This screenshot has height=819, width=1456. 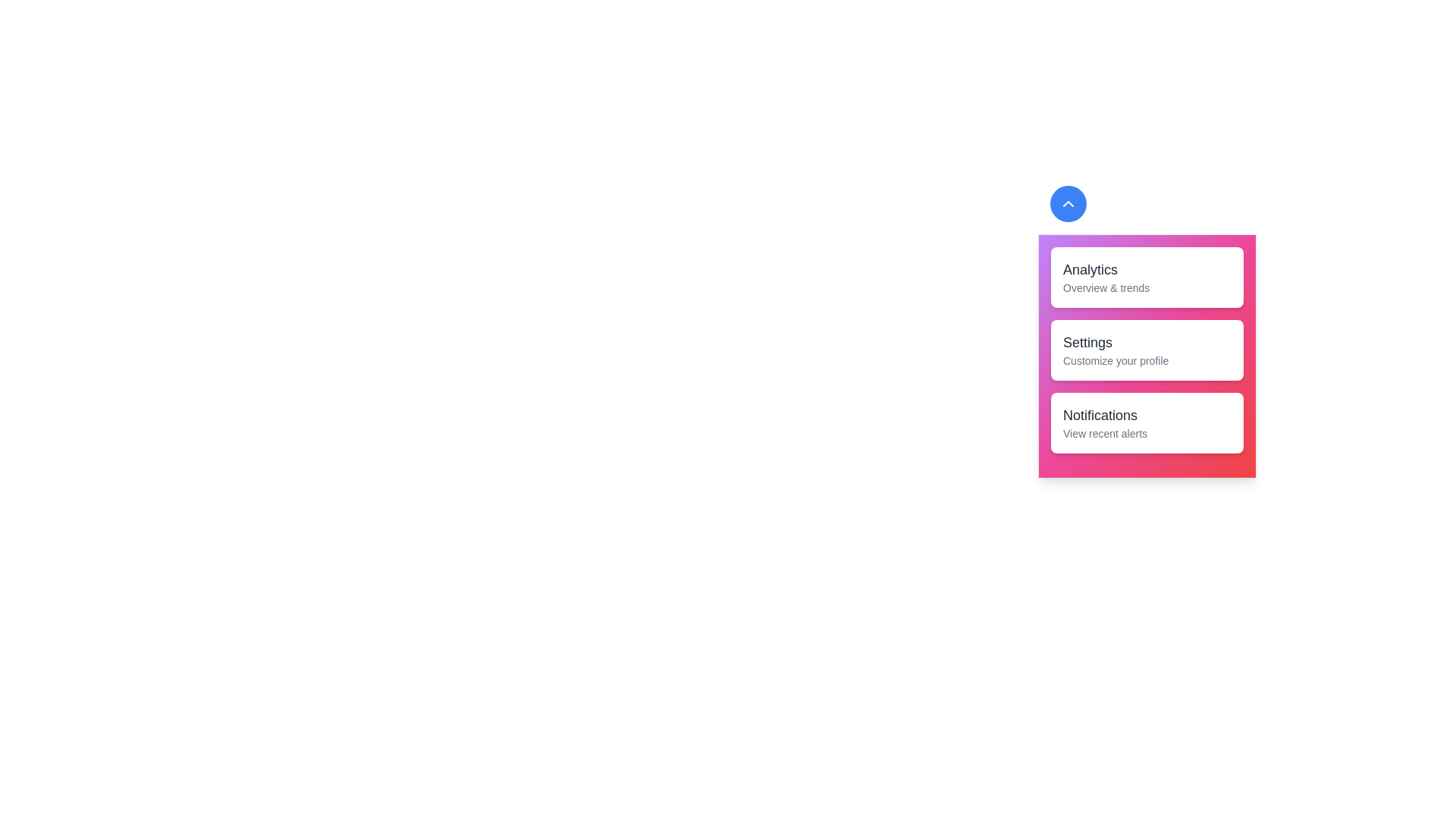 I want to click on the category card labeled 'Notifications' to observe its hover effect, so click(x=1147, y=423).